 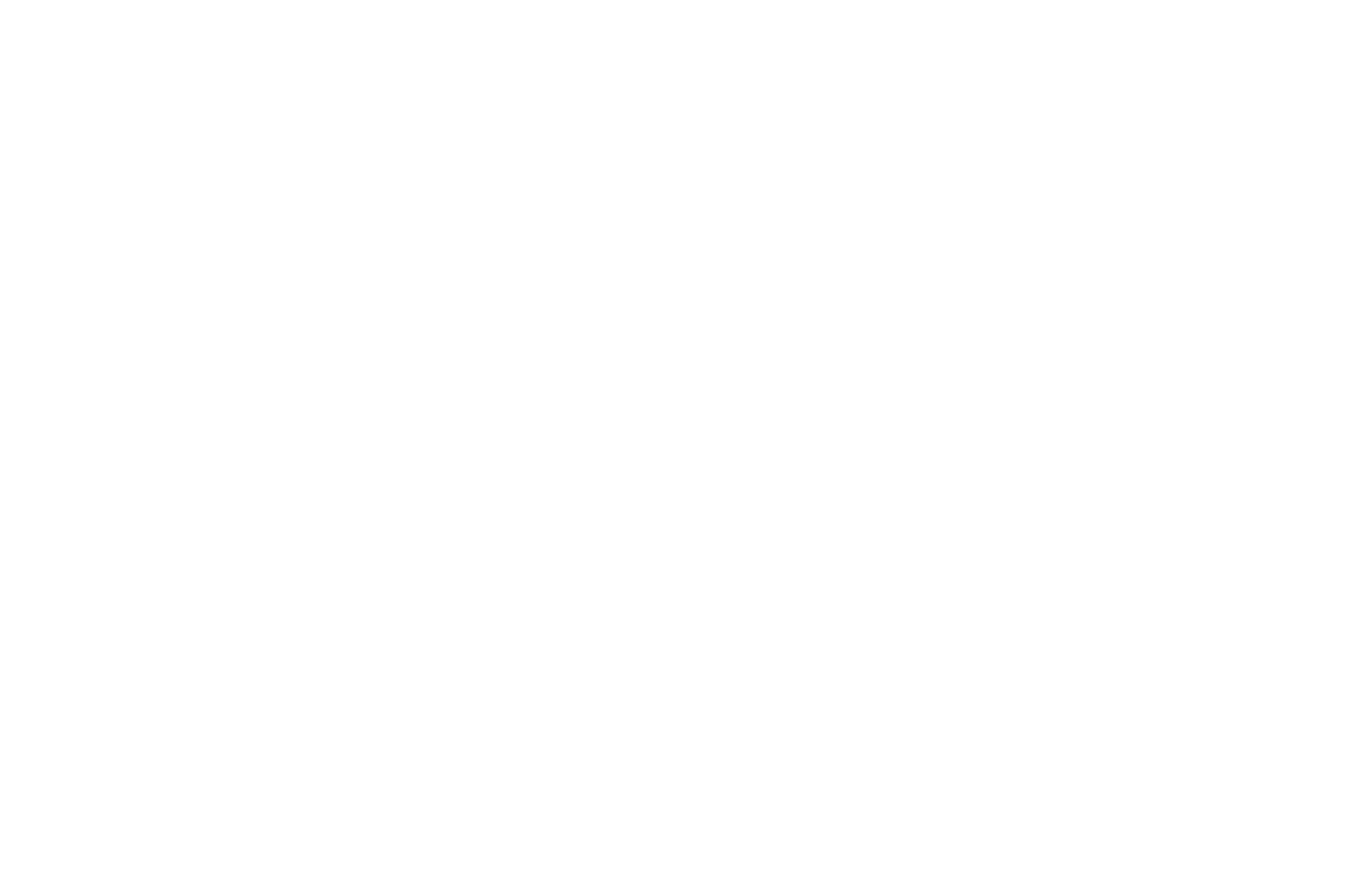 What do you see at coordinates (506, 570) in the screenshot?
I see `'Copenhagen Office:'` at bounding box center [506, 570].